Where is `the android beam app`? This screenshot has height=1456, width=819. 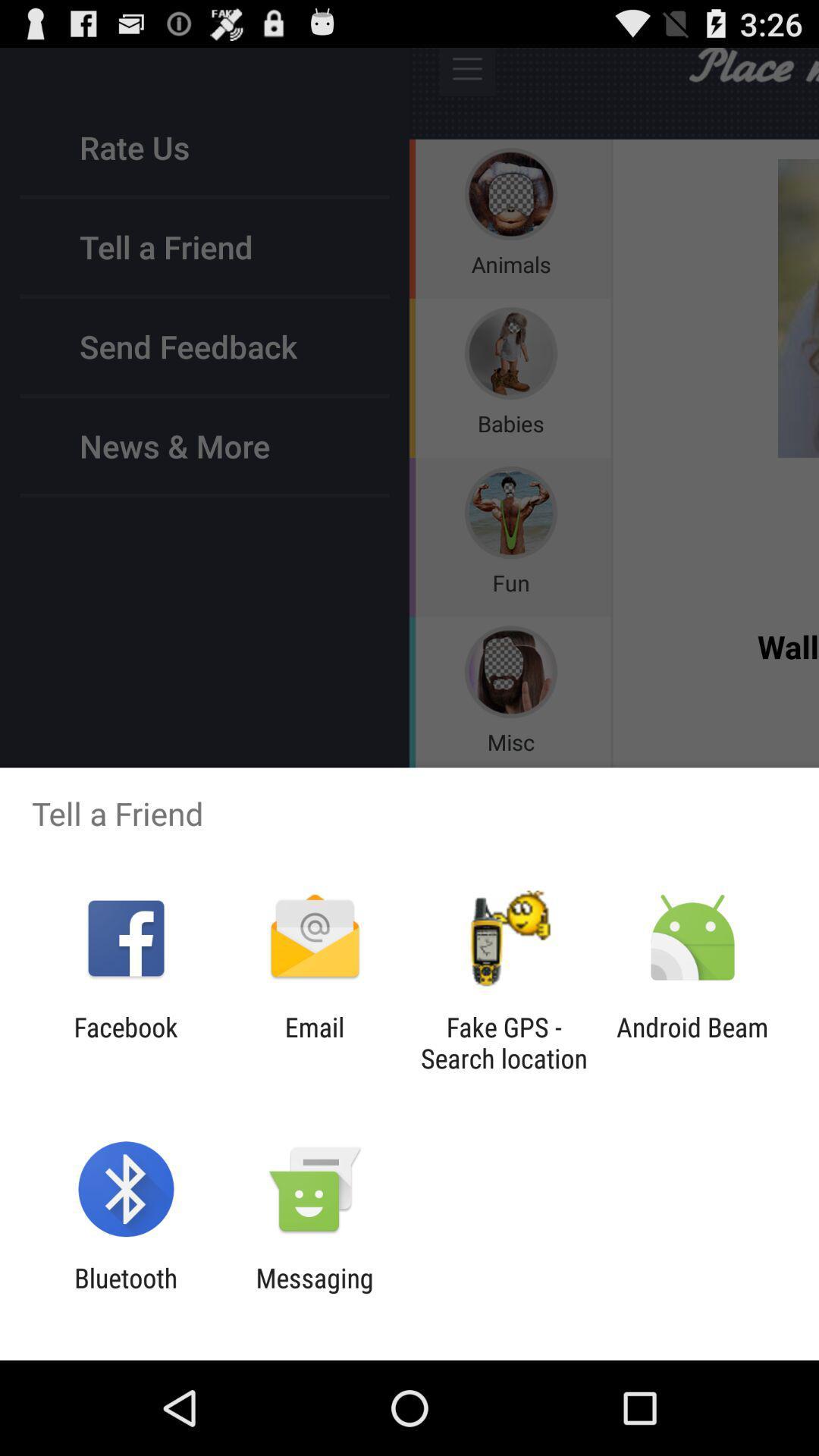
the android beam app is located at coordinates (692, 1042).